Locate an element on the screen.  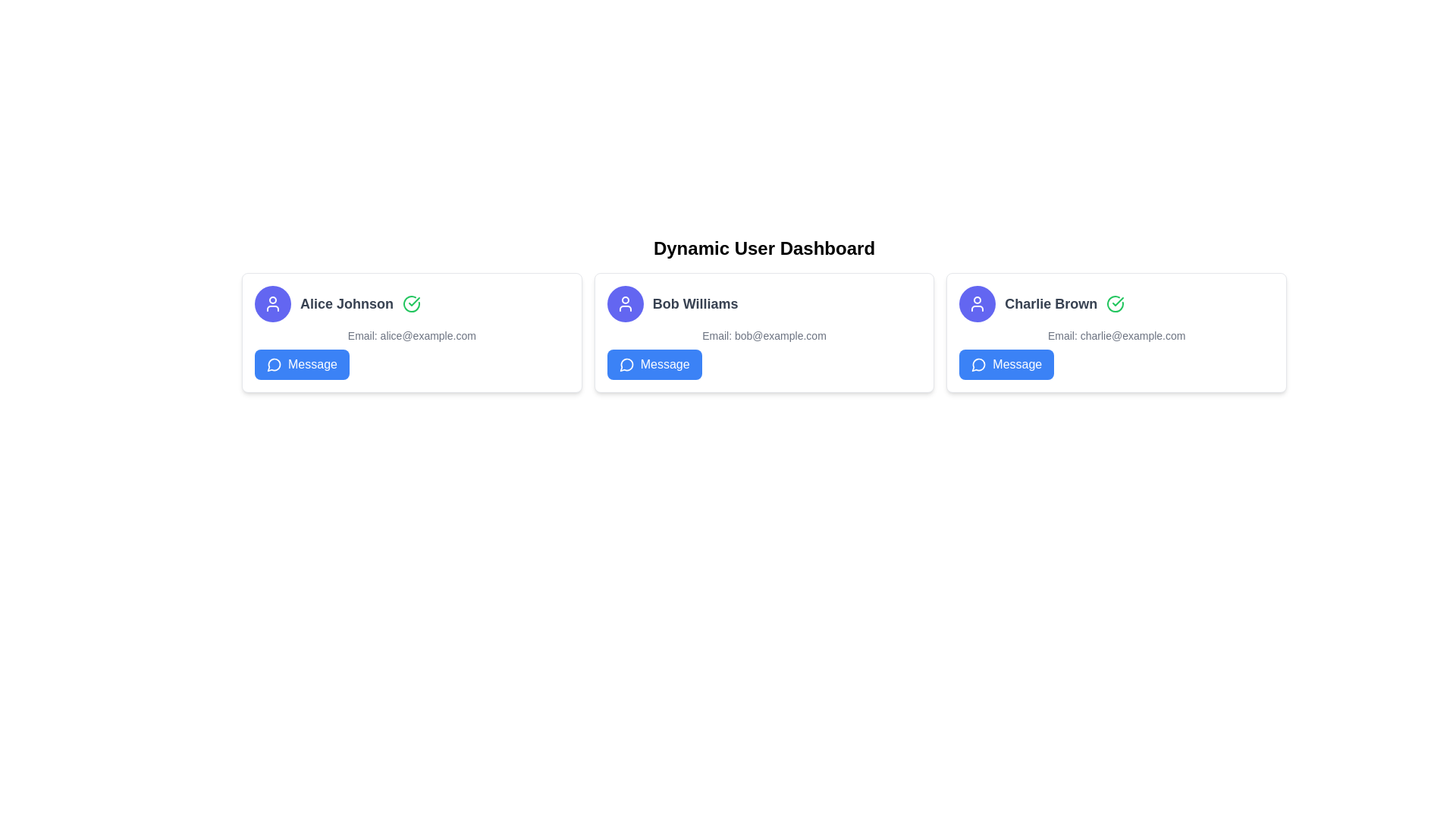
the green circular icon with a checkmark inside, part of the user profile card for 'Charlie Brown', located at the top-right of the dashboard is located at coordinates (1115, 303).